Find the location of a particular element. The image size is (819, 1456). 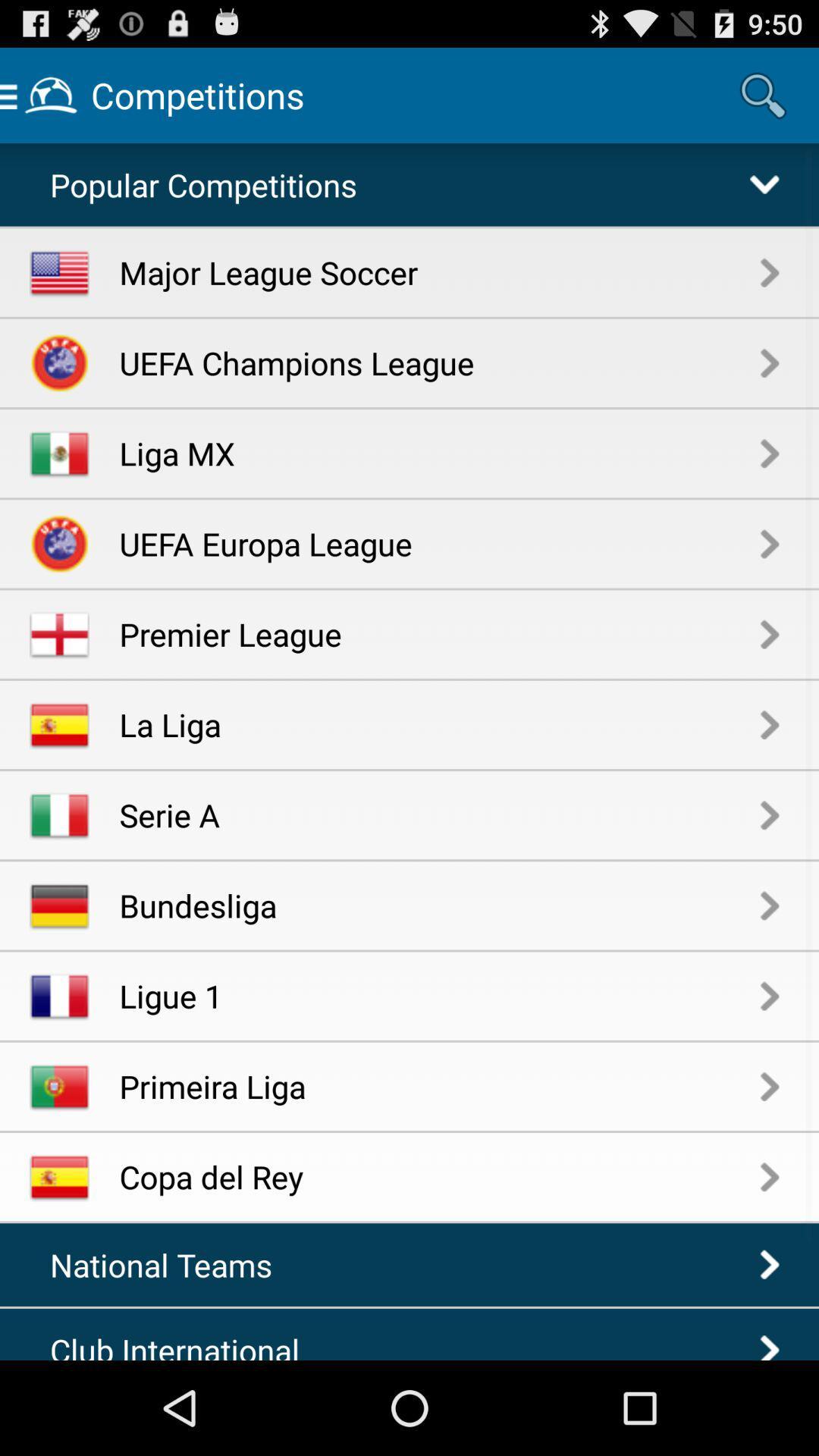

bundesliga is located at coordinates (440, 905).